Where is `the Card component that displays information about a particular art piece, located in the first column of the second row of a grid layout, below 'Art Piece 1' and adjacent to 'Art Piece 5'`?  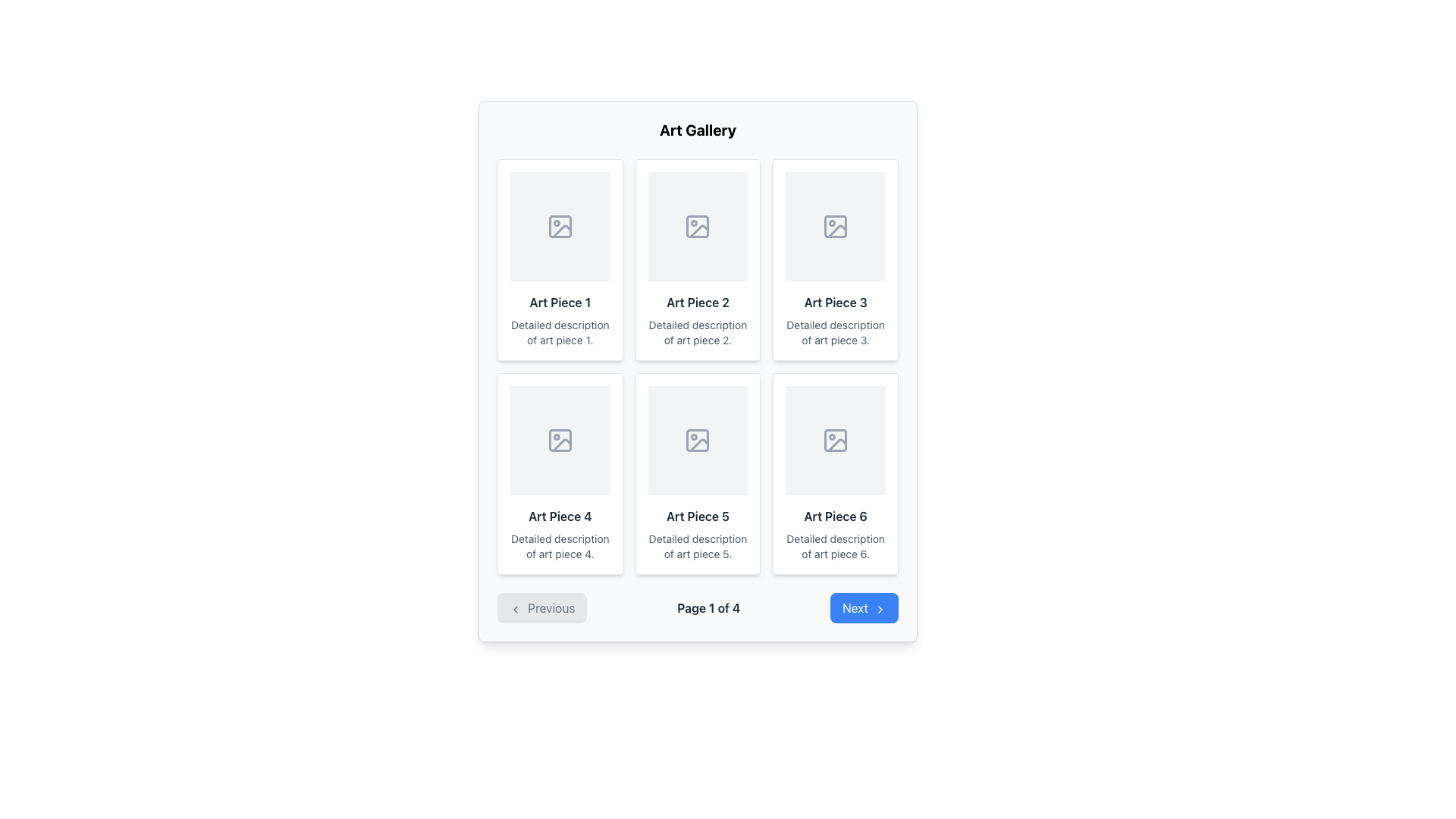
the Card component that displays information about a particular art piece, located in the first column of the second row of a grid layout, below 'Art Piece 1' and adjacent to 'Art Piece 5' is located at coordinates (559, 472).